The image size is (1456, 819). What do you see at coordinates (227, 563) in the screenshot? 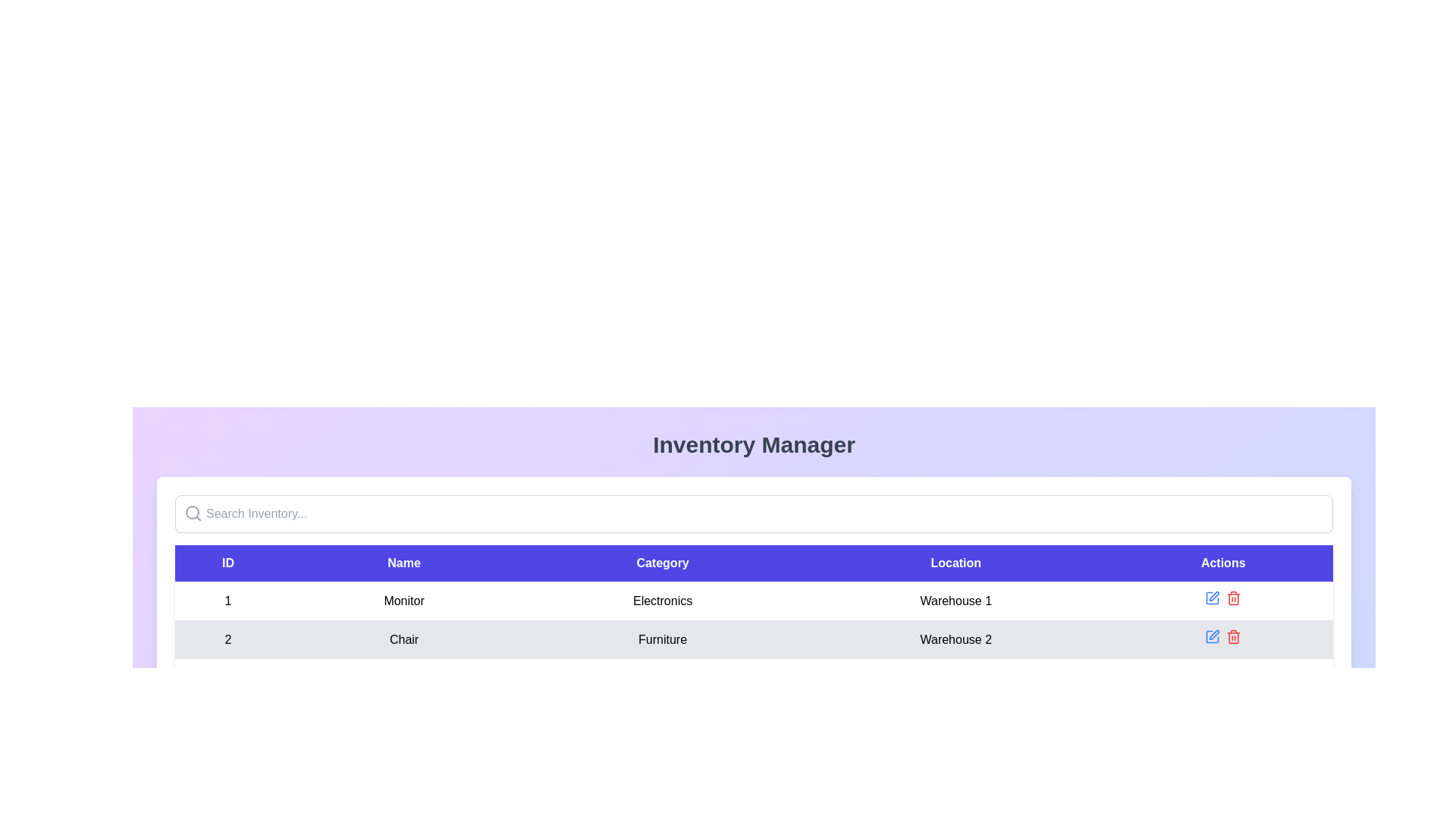
I see `the 'ID' header label in the table, which is the first column header displayed in uppercase white letters against a vivid purple background` at bounding box center [227, 563].